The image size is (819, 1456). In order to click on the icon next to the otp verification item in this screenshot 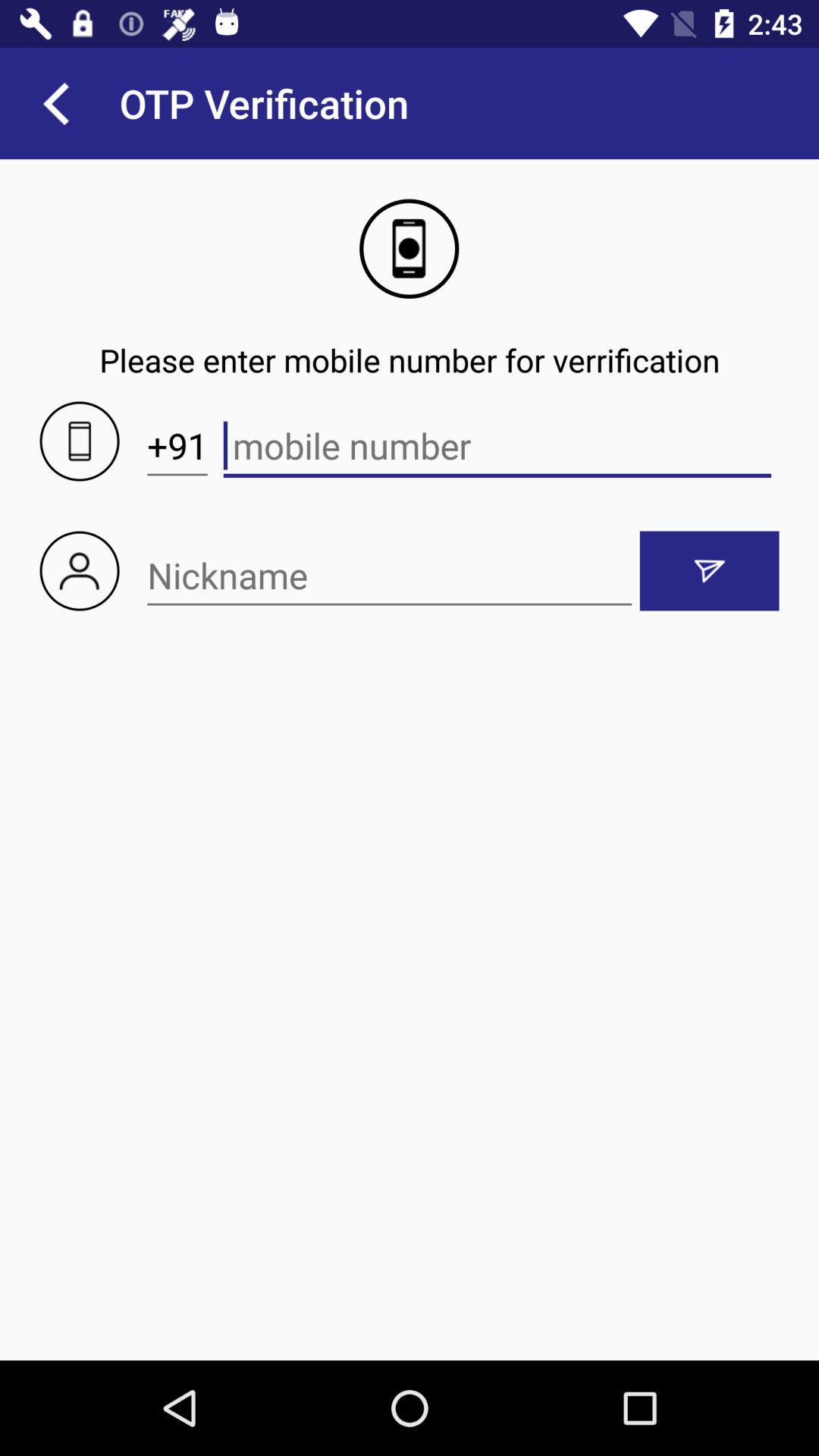, I will do `click(55, 102)`.